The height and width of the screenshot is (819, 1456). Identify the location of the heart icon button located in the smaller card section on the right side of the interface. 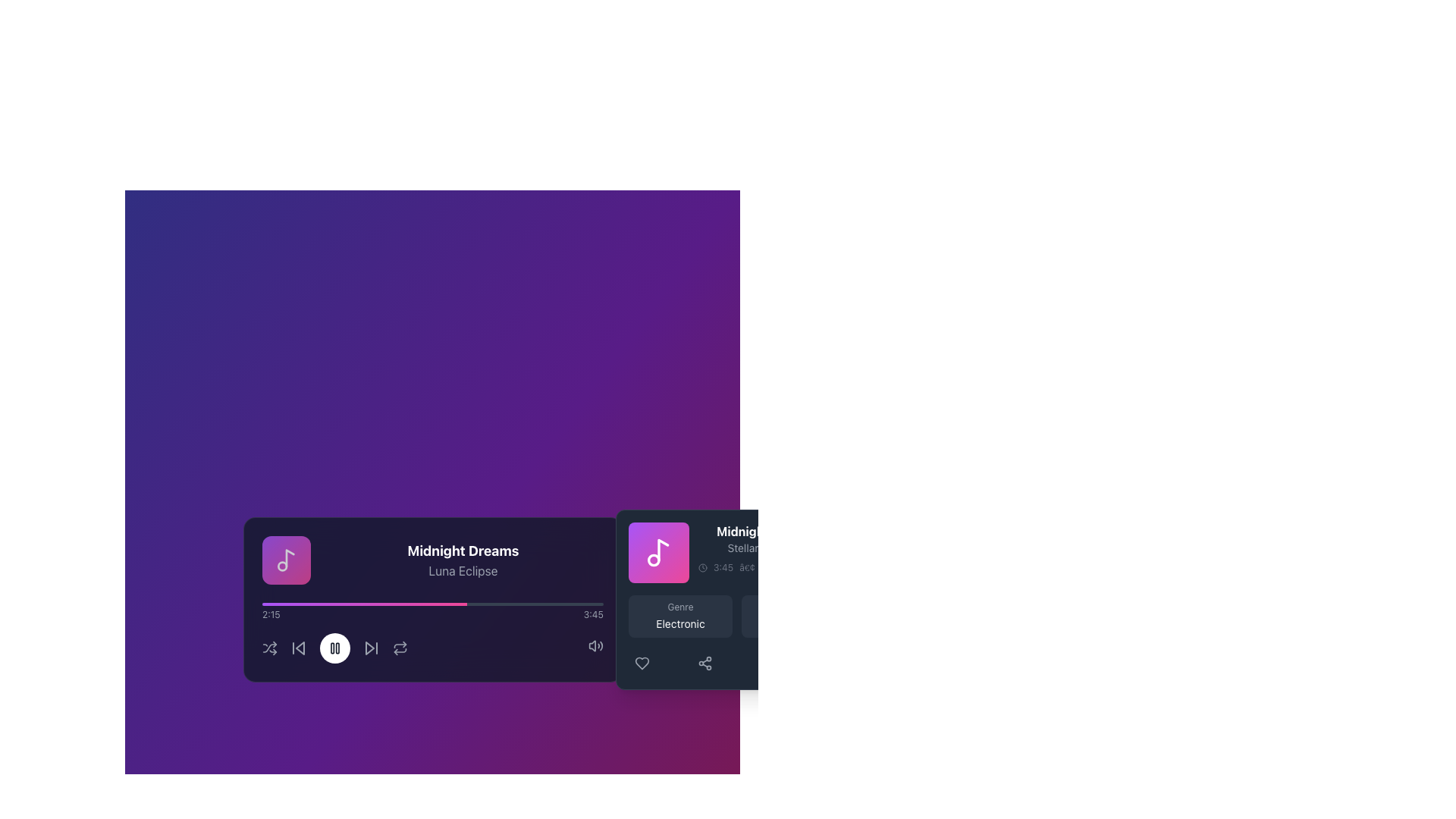
(642, 663).